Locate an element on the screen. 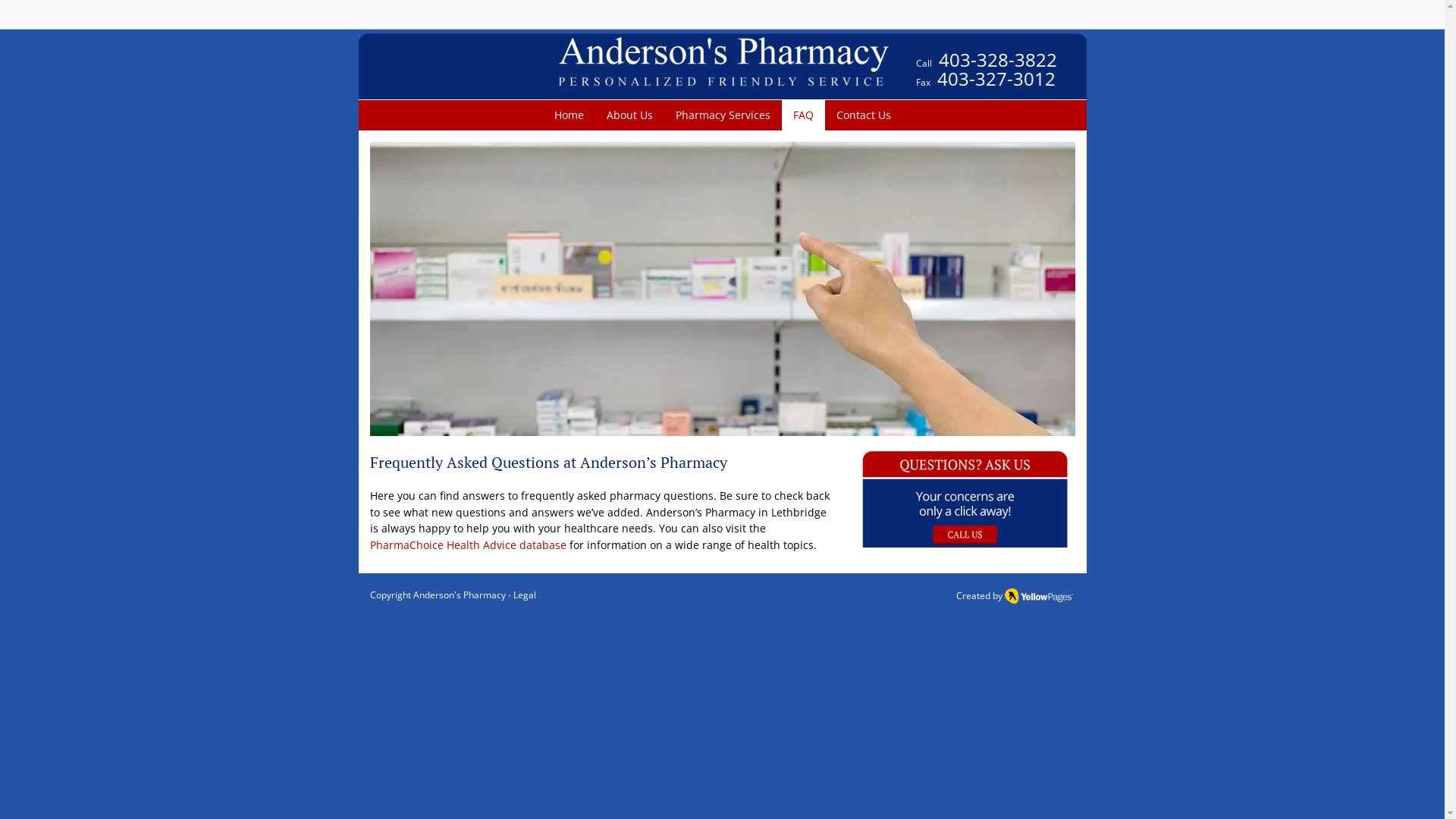 Image resolution: width=1456 pixels, height=819 pixels. 'PharmaChoice Health Advice database' is located at coordinates (467, 544).